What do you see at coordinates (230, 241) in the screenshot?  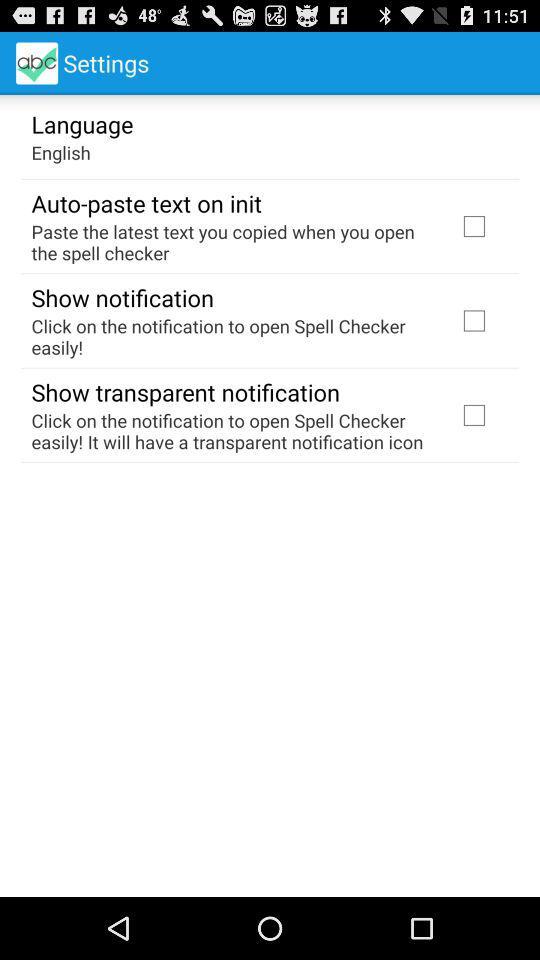 I see `item at the top` at bounding box center [230, 241].